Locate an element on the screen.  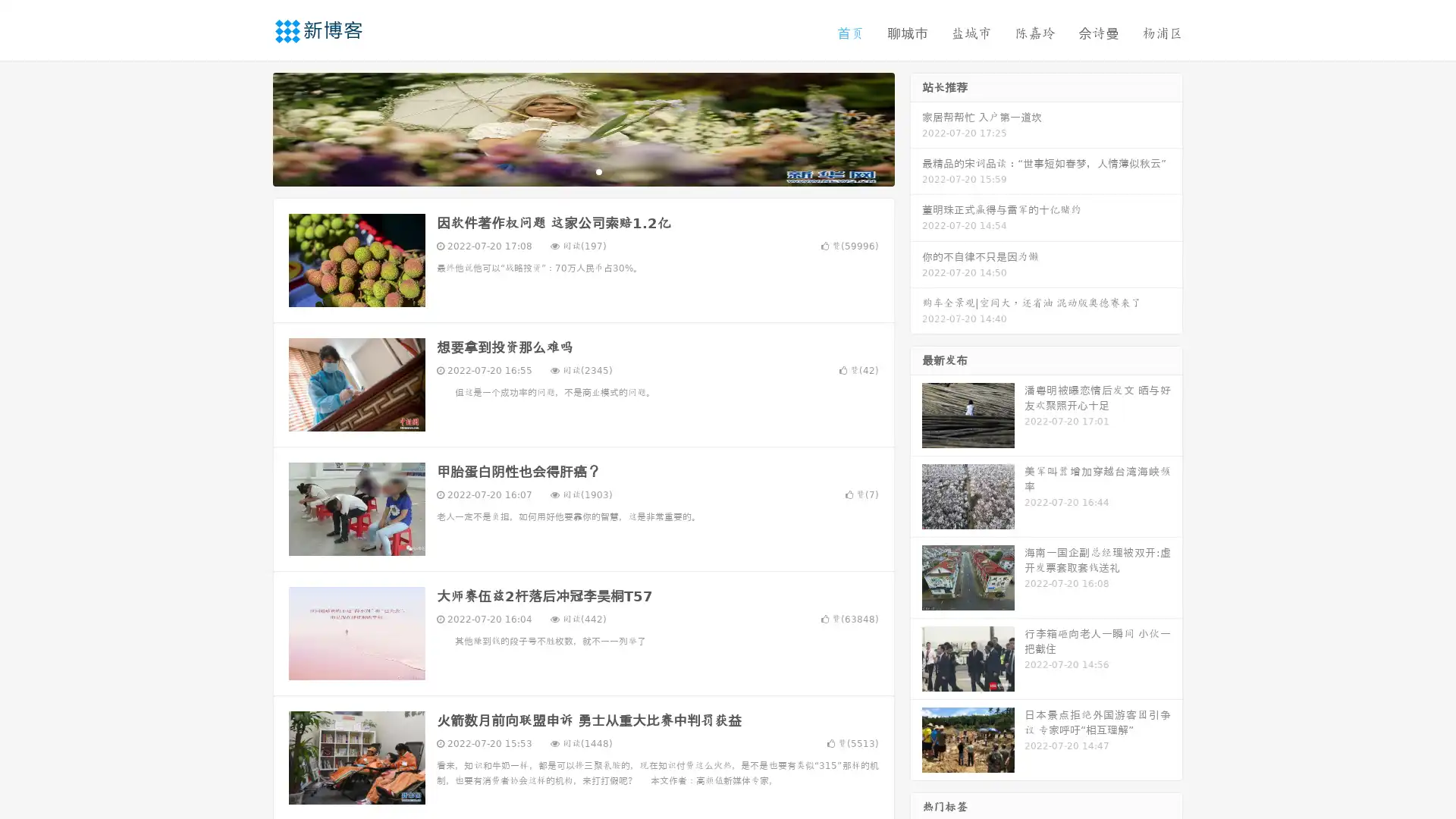
Previous slide is located at coordinates (250, 127).